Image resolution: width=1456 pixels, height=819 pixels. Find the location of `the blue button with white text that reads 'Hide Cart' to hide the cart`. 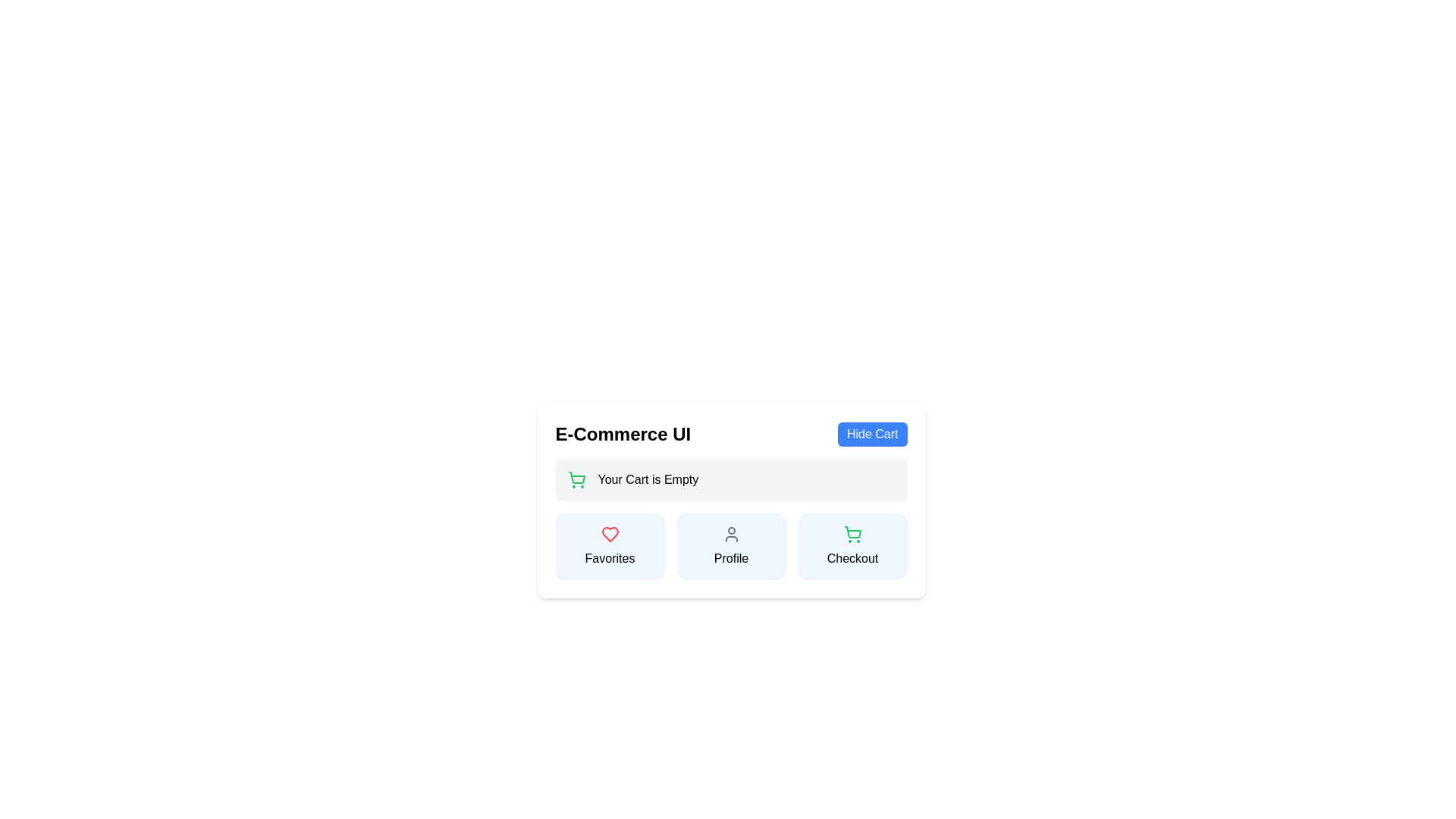

the blue button with white text that reads 'Hide Cart' to hide the cart is located at coordinates (872, 435).